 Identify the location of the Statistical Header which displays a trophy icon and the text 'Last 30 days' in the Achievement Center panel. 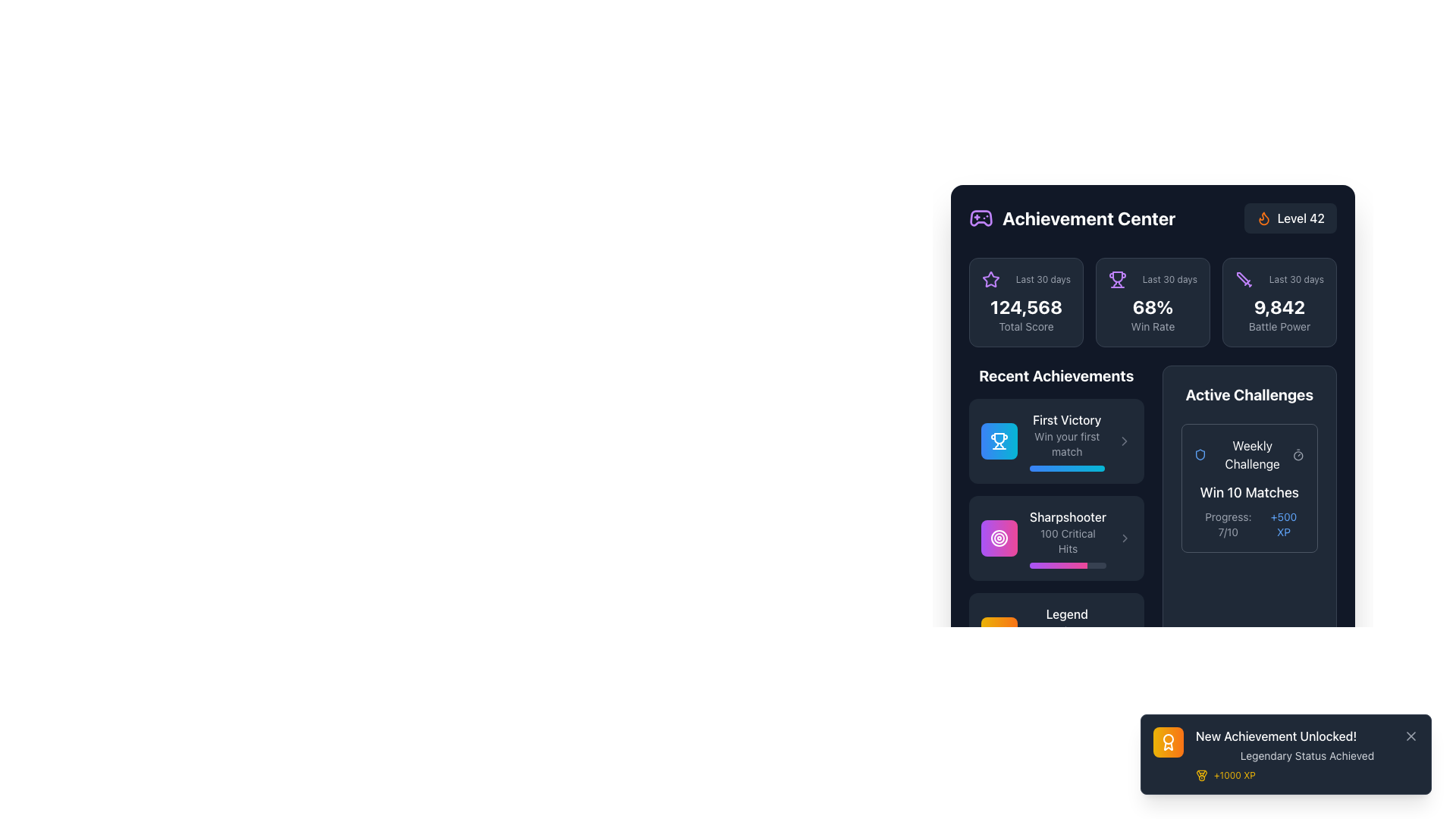
(1153, 280).